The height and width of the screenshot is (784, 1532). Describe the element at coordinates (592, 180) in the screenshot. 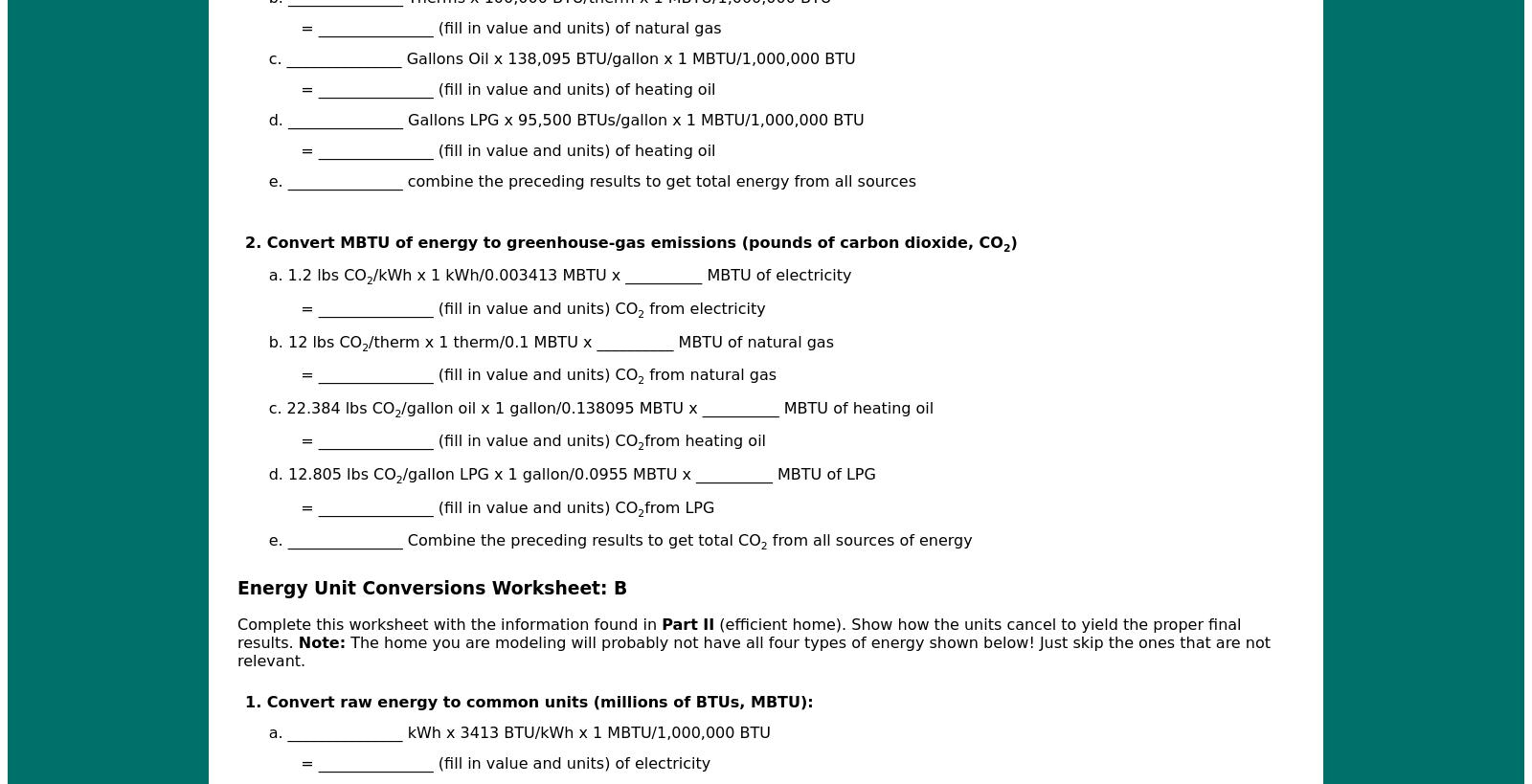

I see `'e. _______________ combine the preceding results to get total energy from all sources'` at that location.